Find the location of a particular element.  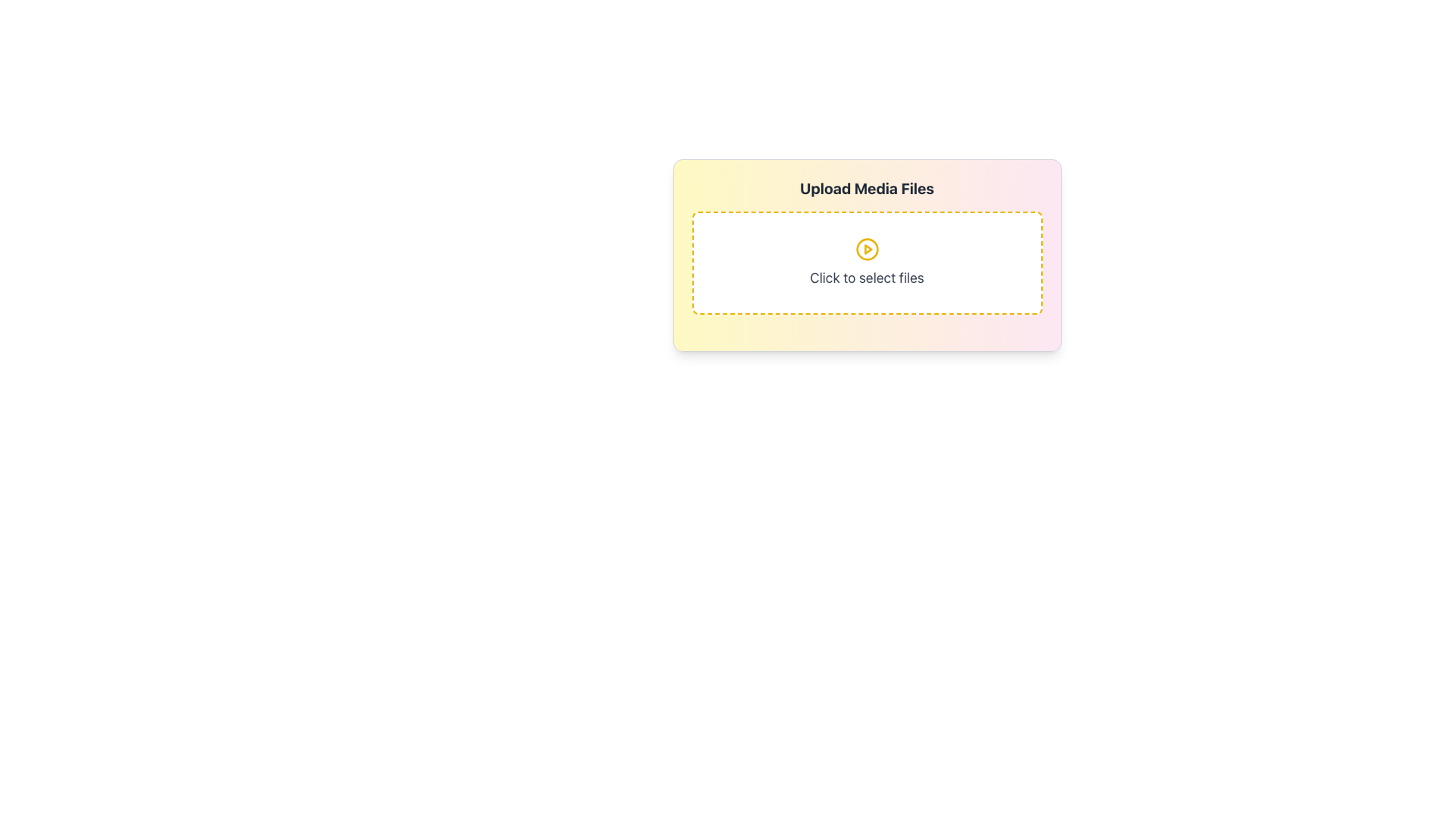

the clickable upload area labeled 'Click is located at coordinates (867, 262).